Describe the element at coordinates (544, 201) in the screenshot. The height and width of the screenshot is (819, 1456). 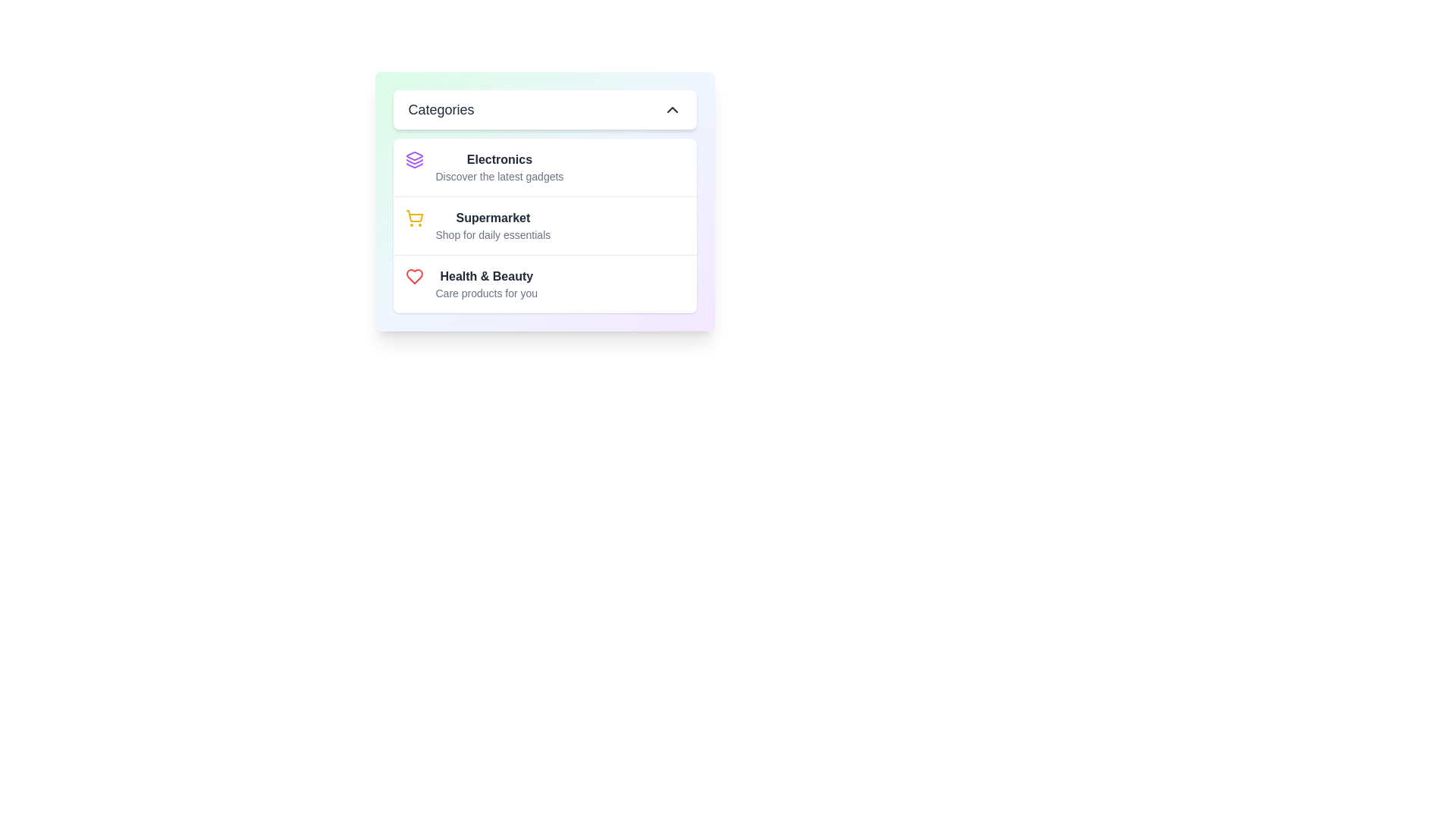
I see `the categorized navigation list element` at that location.